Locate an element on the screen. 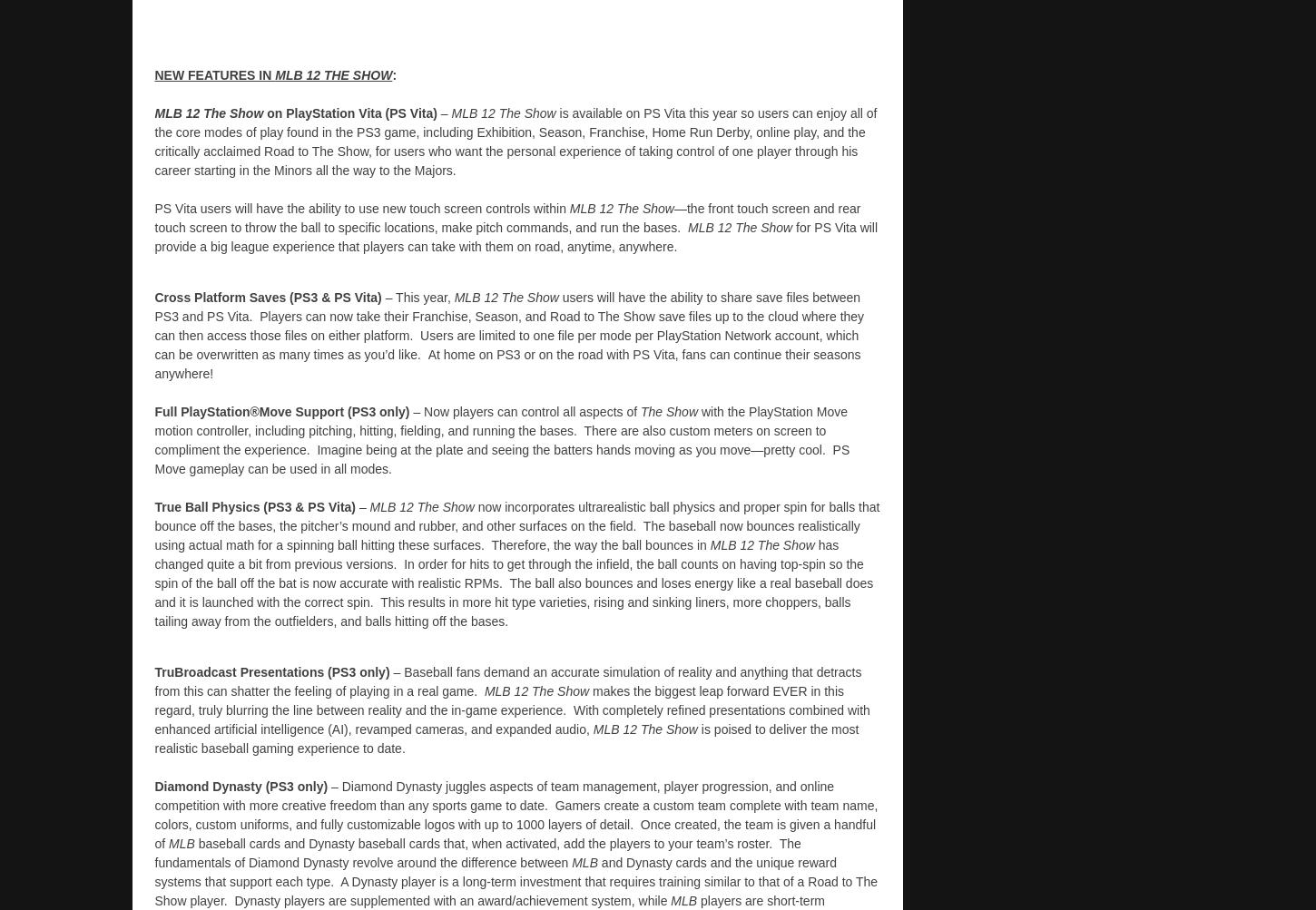 The width and height of the screenshot is (1316, 910). 'Cross Platform Saves (PS3 & PS Vita)' is located at coordinates (152, 295).